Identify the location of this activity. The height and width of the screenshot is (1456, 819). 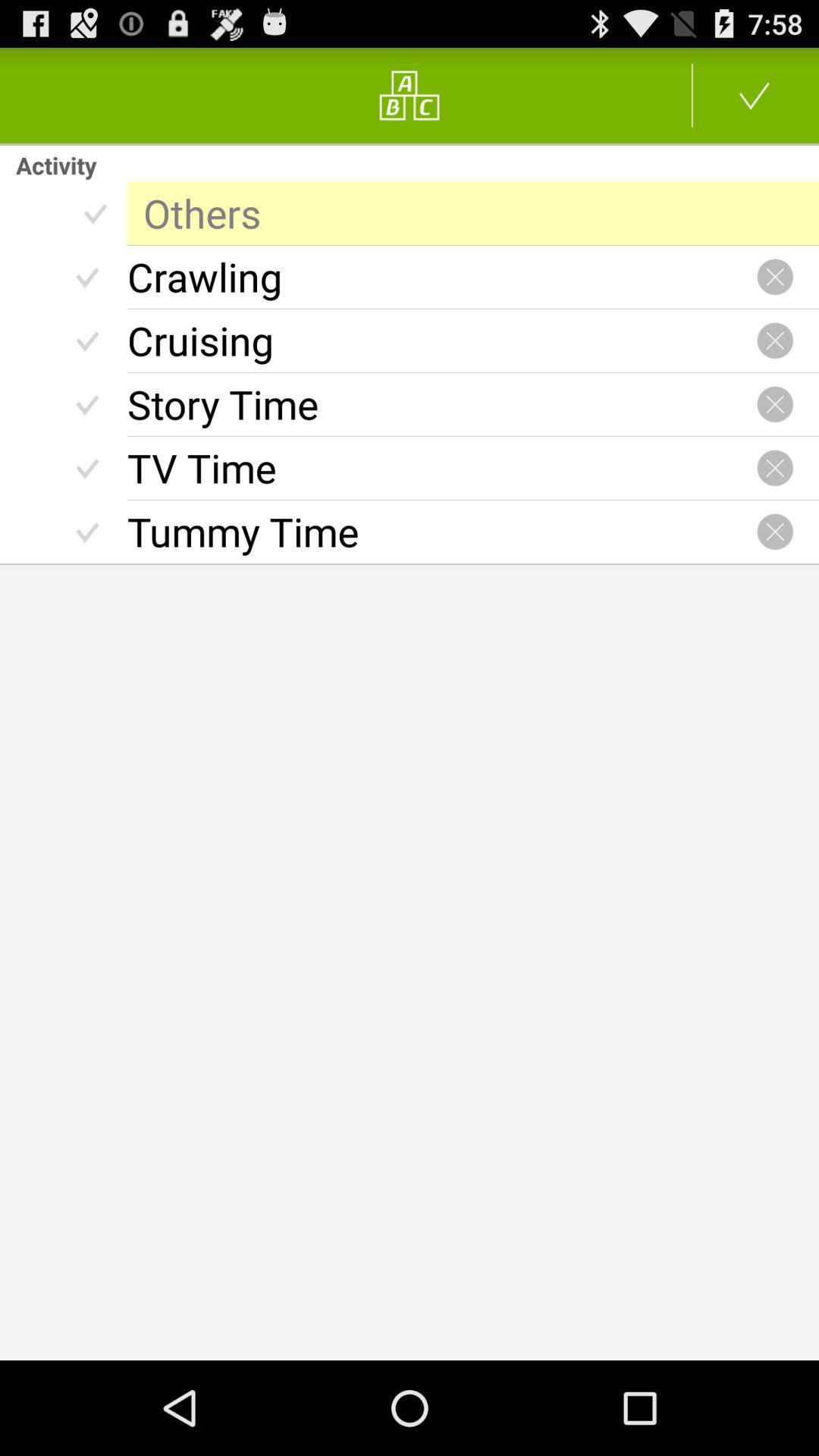
(775, 404).